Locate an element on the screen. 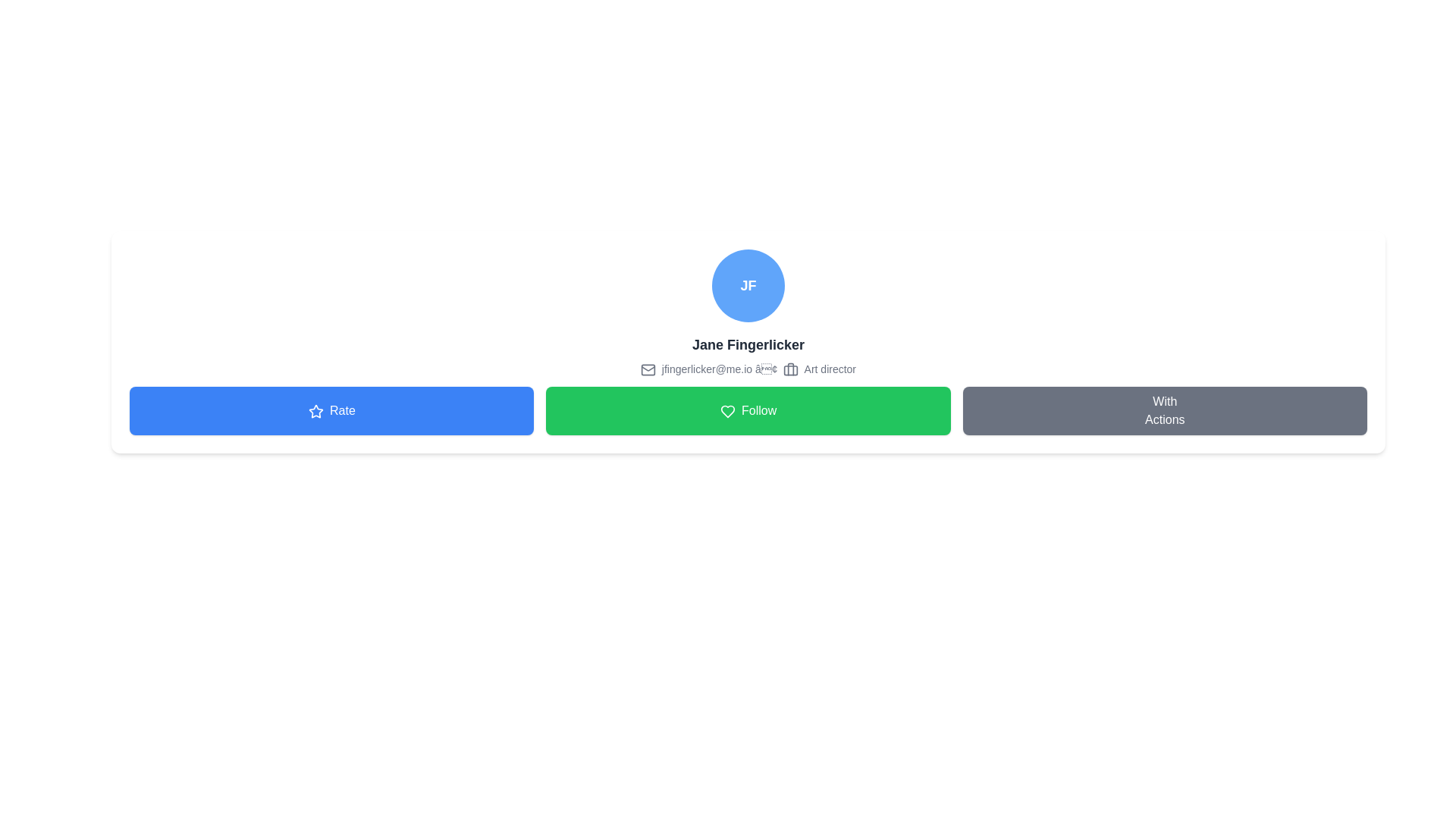 This screenshot has width=1456, height=819. the Text with inline icons that provides secondary information about the individual, including their email address and job title, positioned below 'Jane Fingerlicker' and above the action buttons is located at coordinates (748, 369).